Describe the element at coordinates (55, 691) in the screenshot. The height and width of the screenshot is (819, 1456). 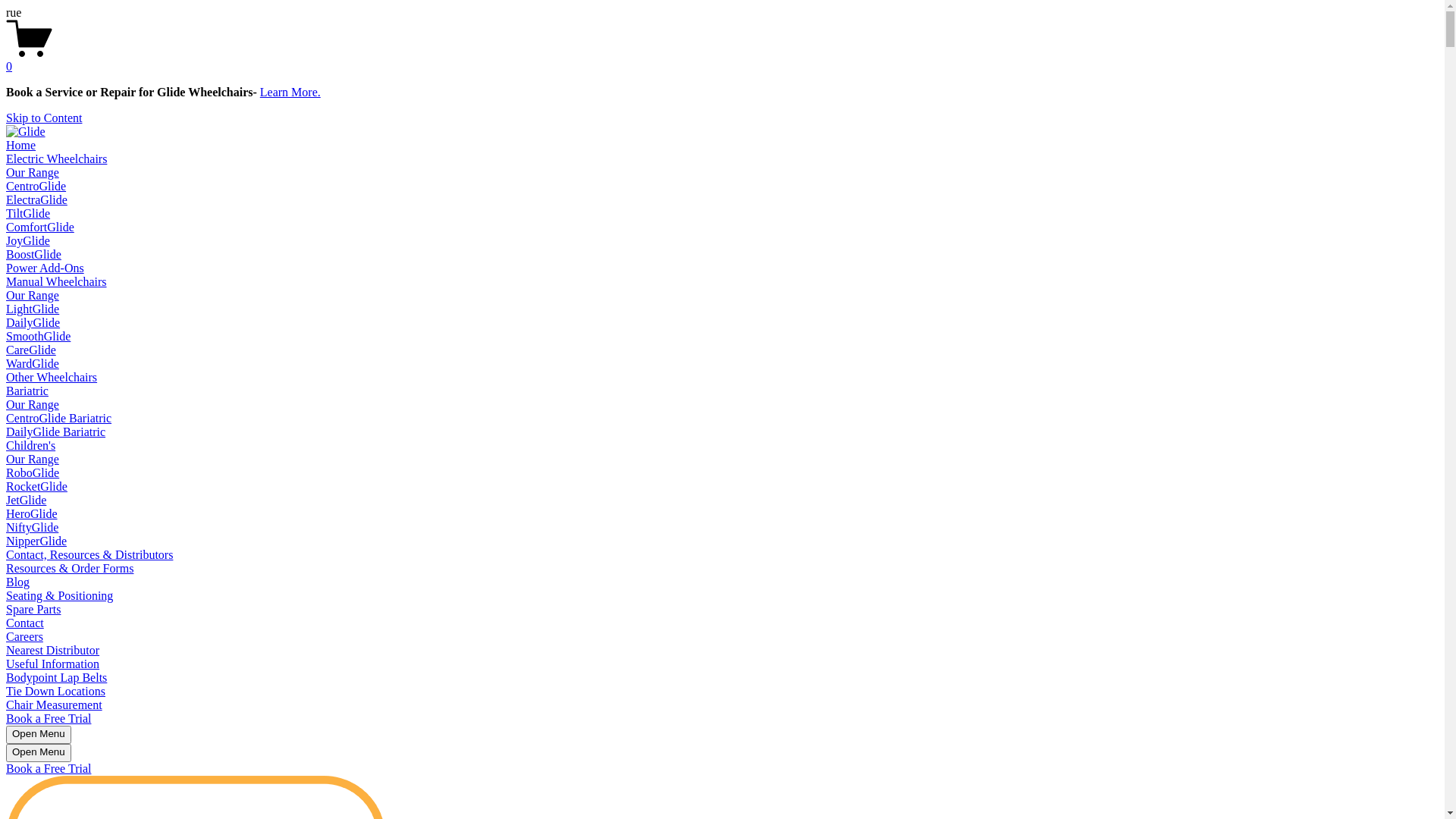
I see `'Tie Down Locations'` at that location.